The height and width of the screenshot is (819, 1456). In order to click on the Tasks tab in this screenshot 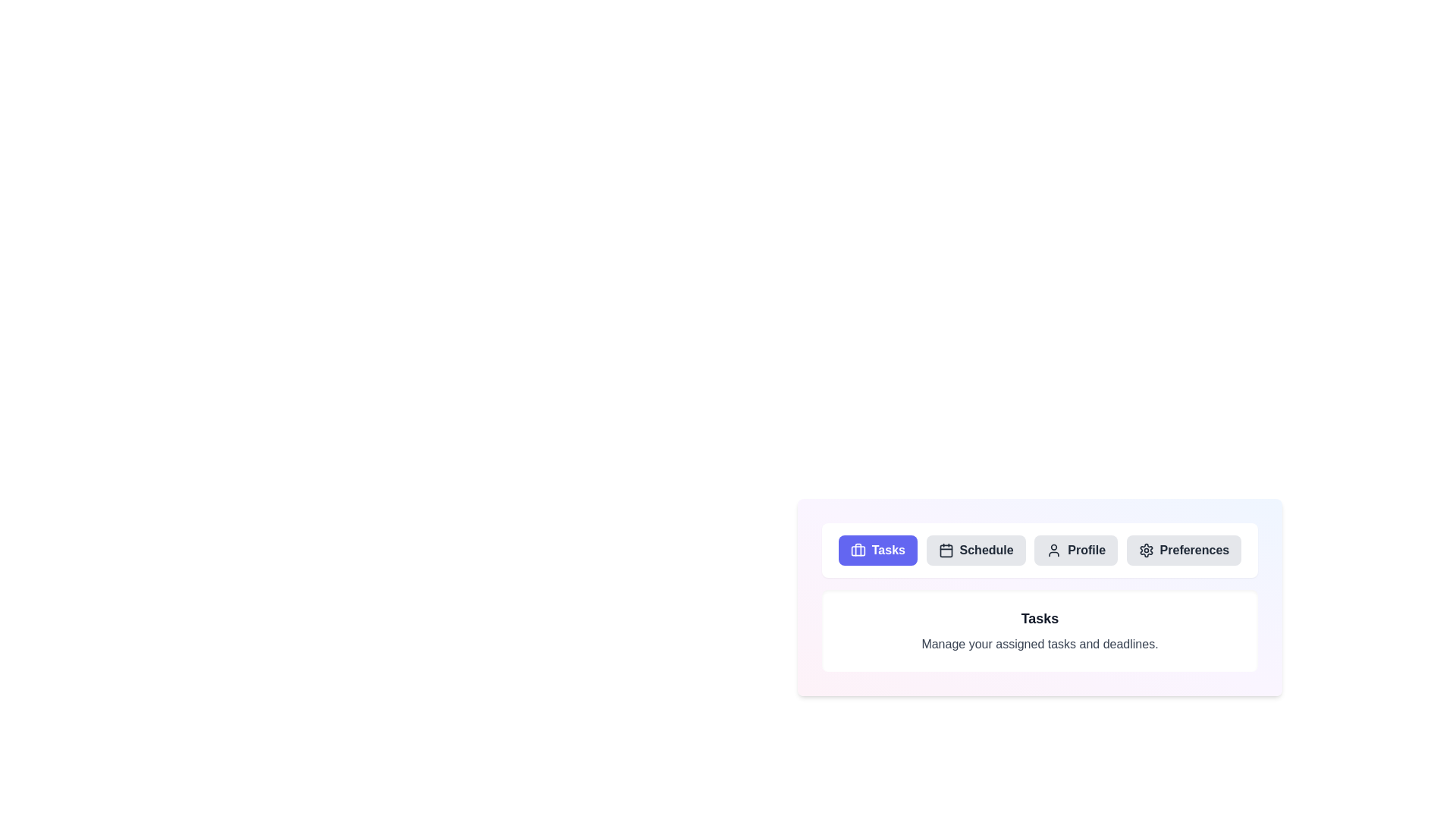, I will do `click(877, 550)`.